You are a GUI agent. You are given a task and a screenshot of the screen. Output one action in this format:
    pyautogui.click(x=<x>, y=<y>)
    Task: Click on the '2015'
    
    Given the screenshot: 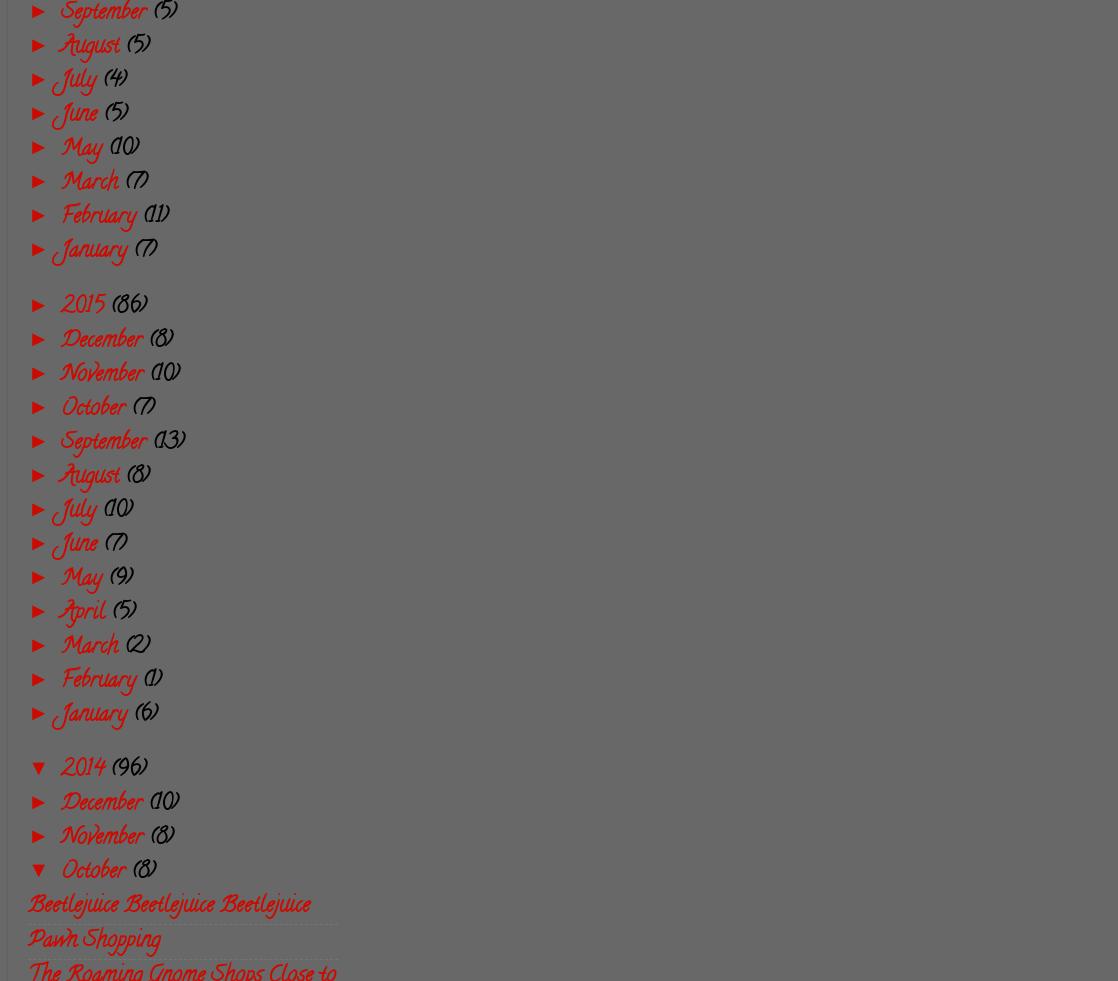 What is the action you would take?
    pyautogui.click(x=85, y=305)
    